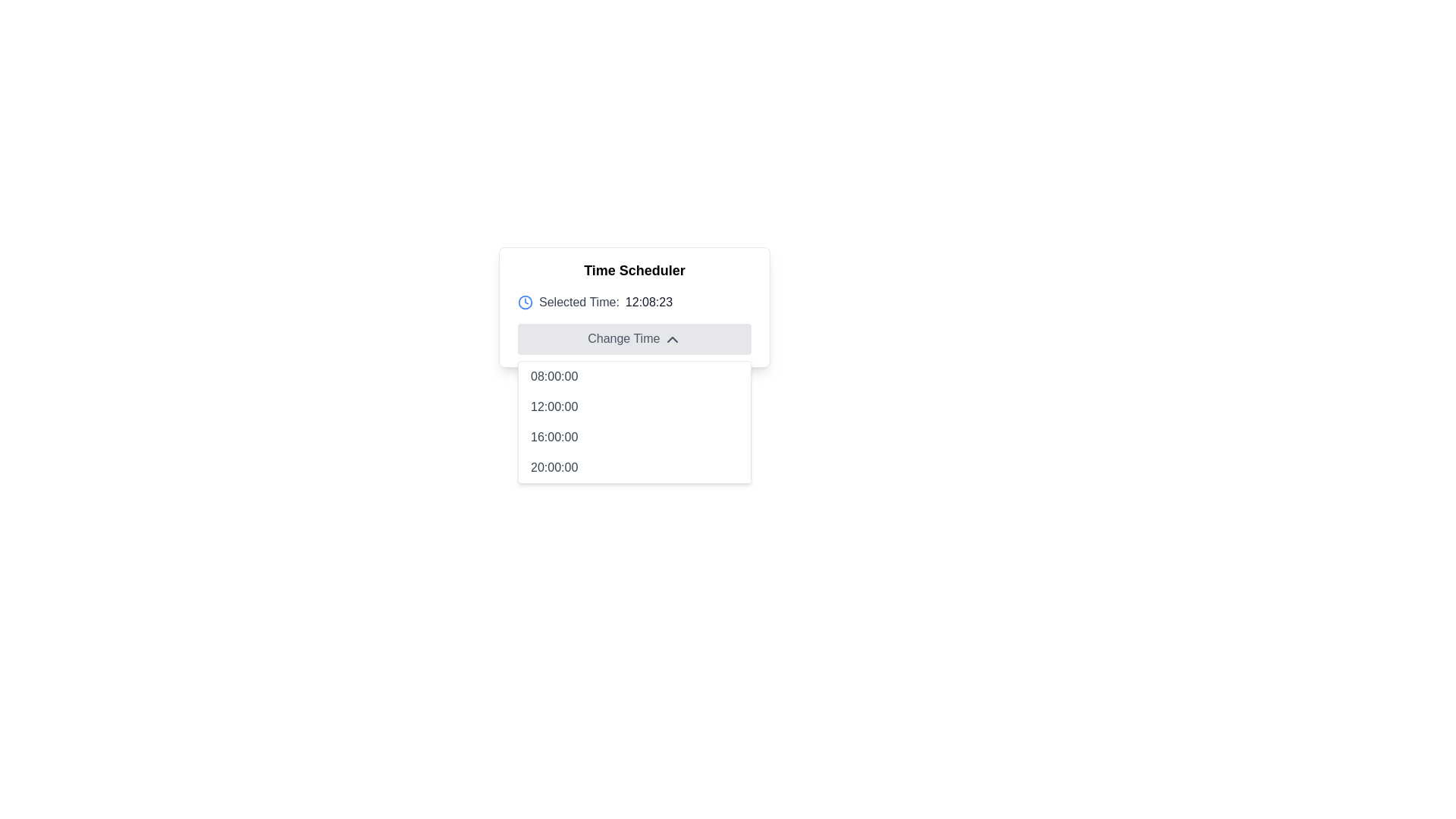 The height and width of the screenshot is (819, 1456). What do you see at coordinates (634, 406) in the screenshot?
I see `the selectable list item displaying '12:00:00' in a dark gray font within the dropdown menu` at bounding box center [634, 406].